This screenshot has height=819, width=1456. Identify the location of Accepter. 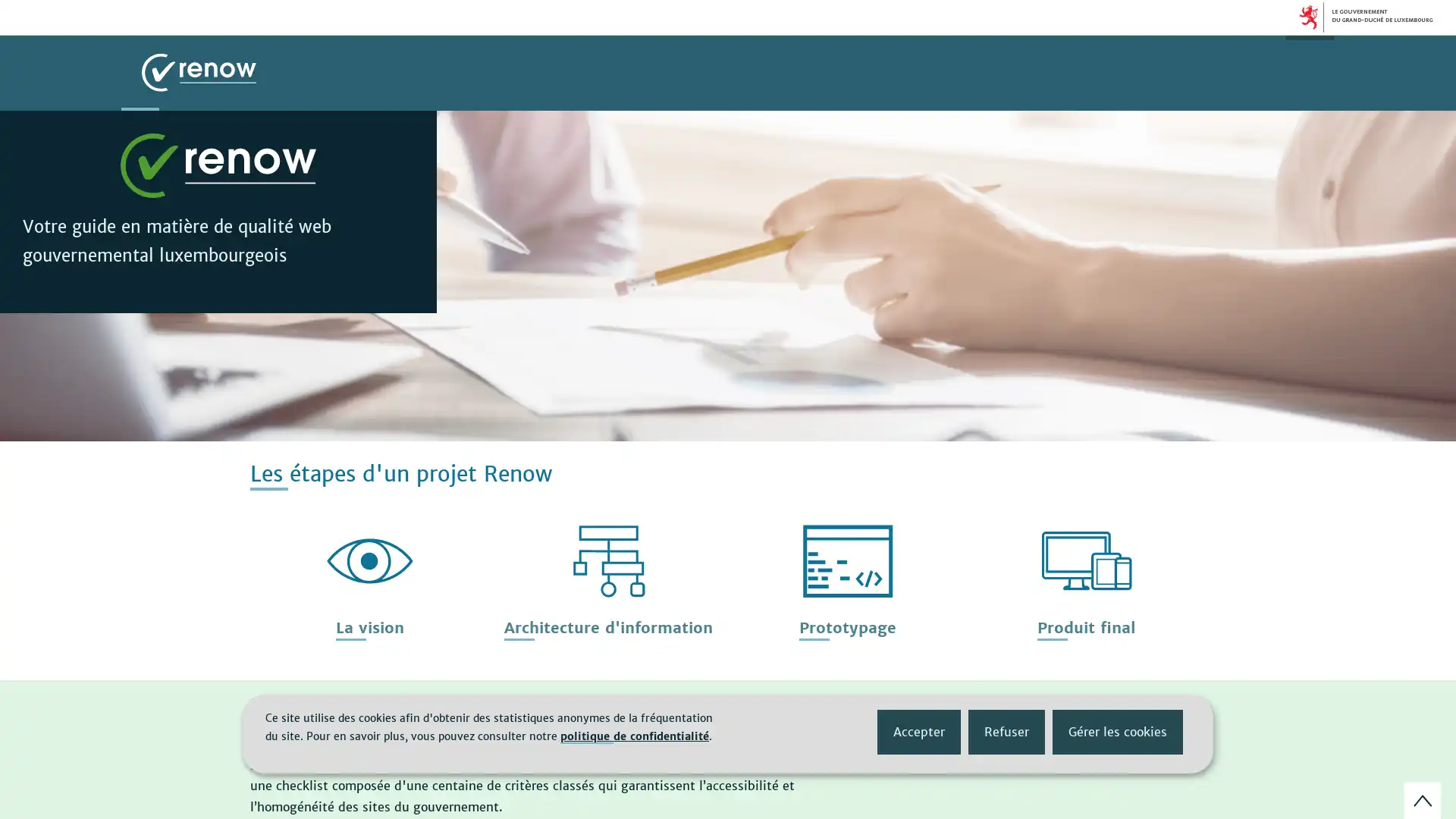
(918, 730).